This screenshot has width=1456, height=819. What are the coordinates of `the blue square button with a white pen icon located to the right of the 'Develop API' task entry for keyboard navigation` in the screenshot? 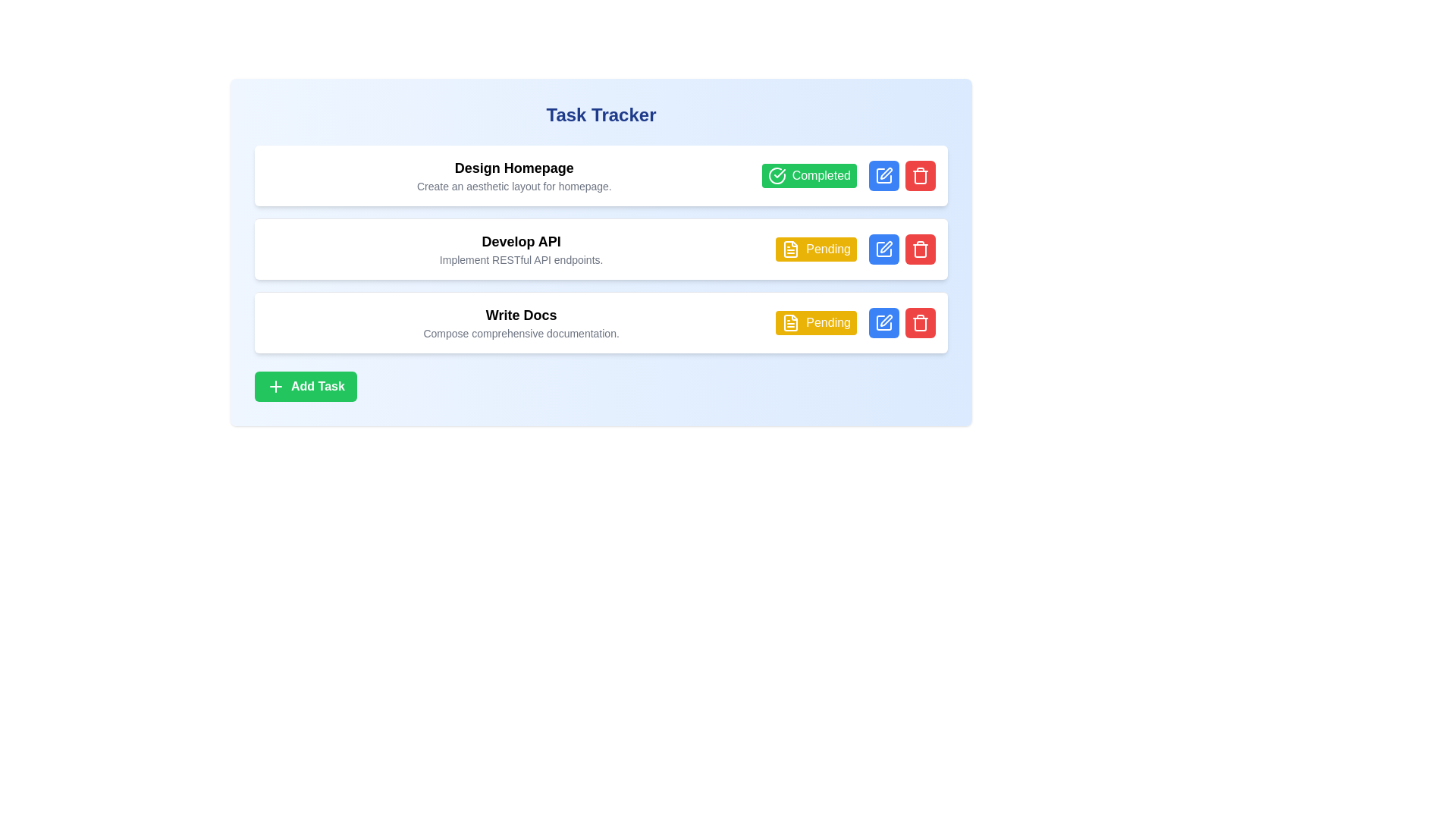 It's located at (884, 248).